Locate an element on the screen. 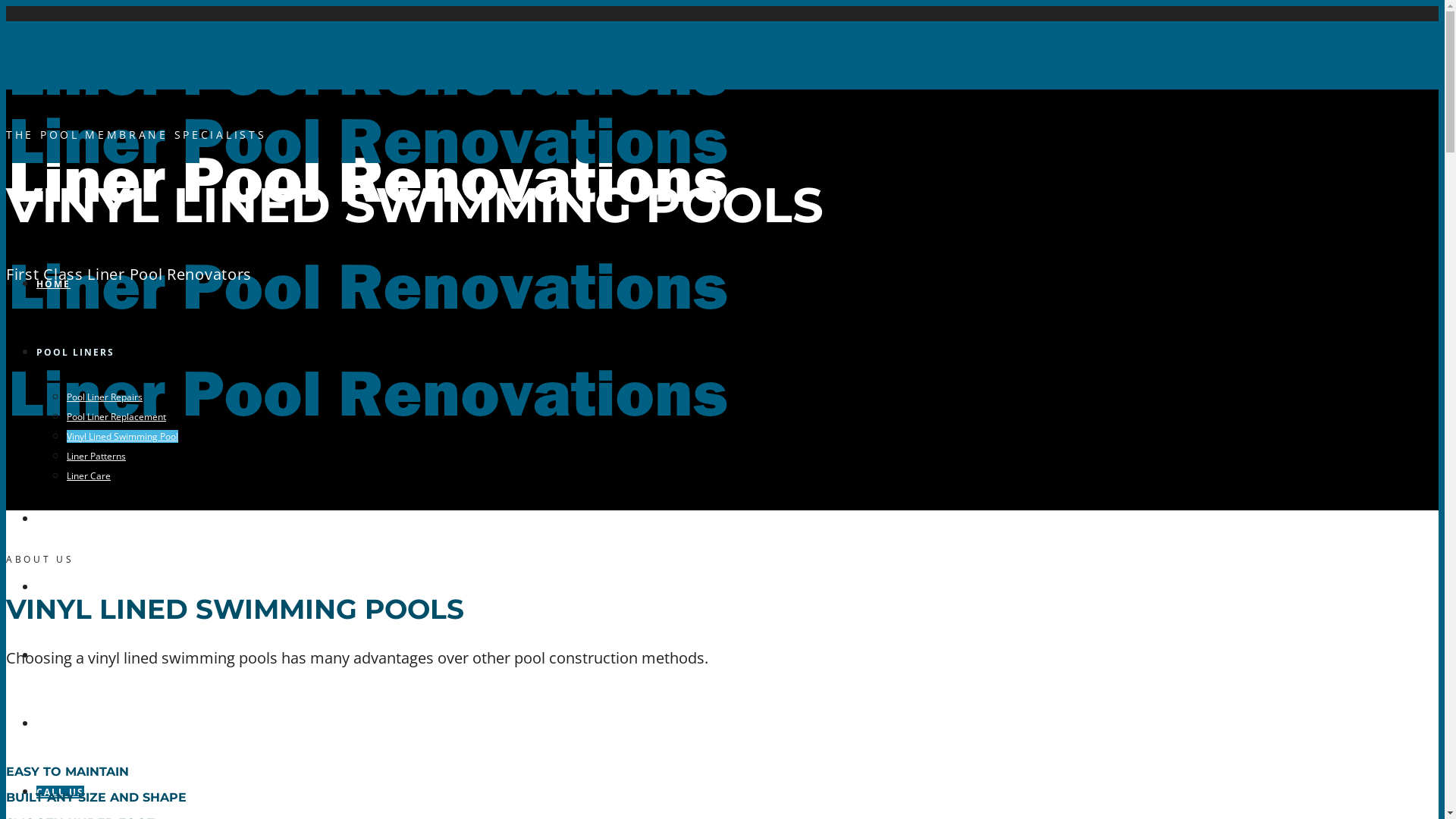 This screenshot has width=1456, height=819. 'Pool Liner Repairs' is located at coordinates (104, 396).